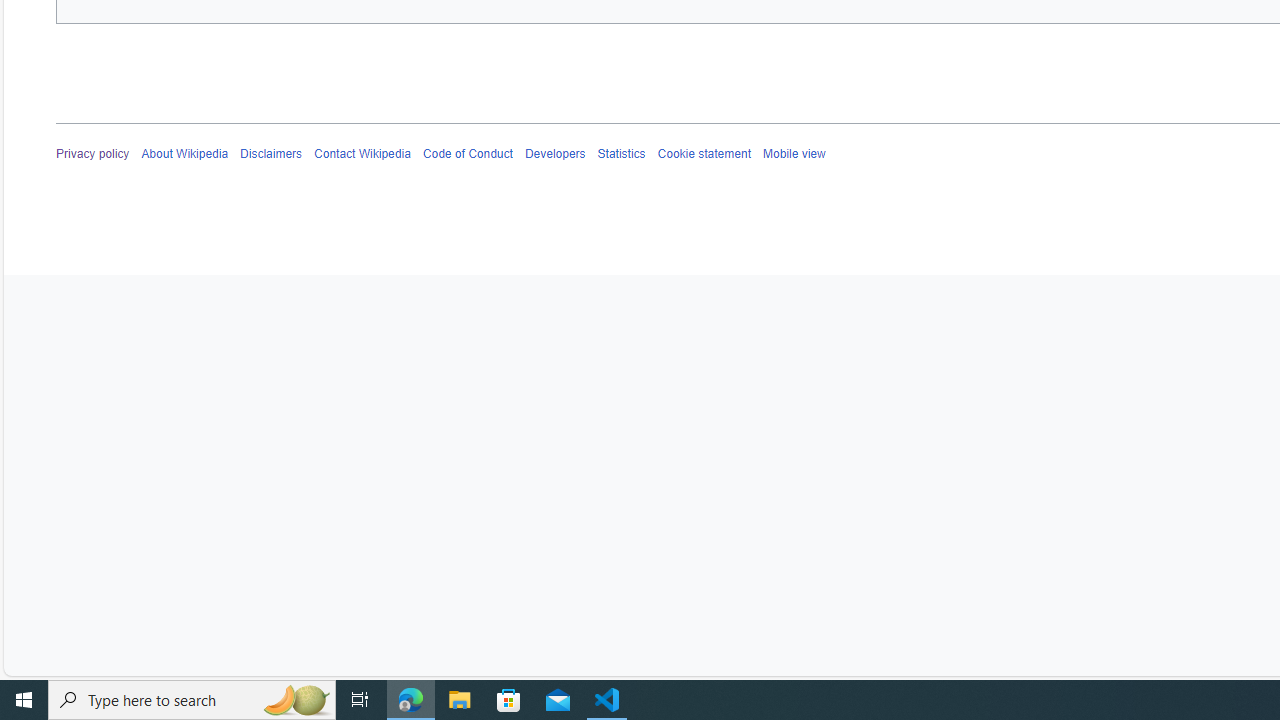  What do you see at coordinates (554, 153) in the screenshot?
I see `'Developers'` at bounding box center [554, 153].